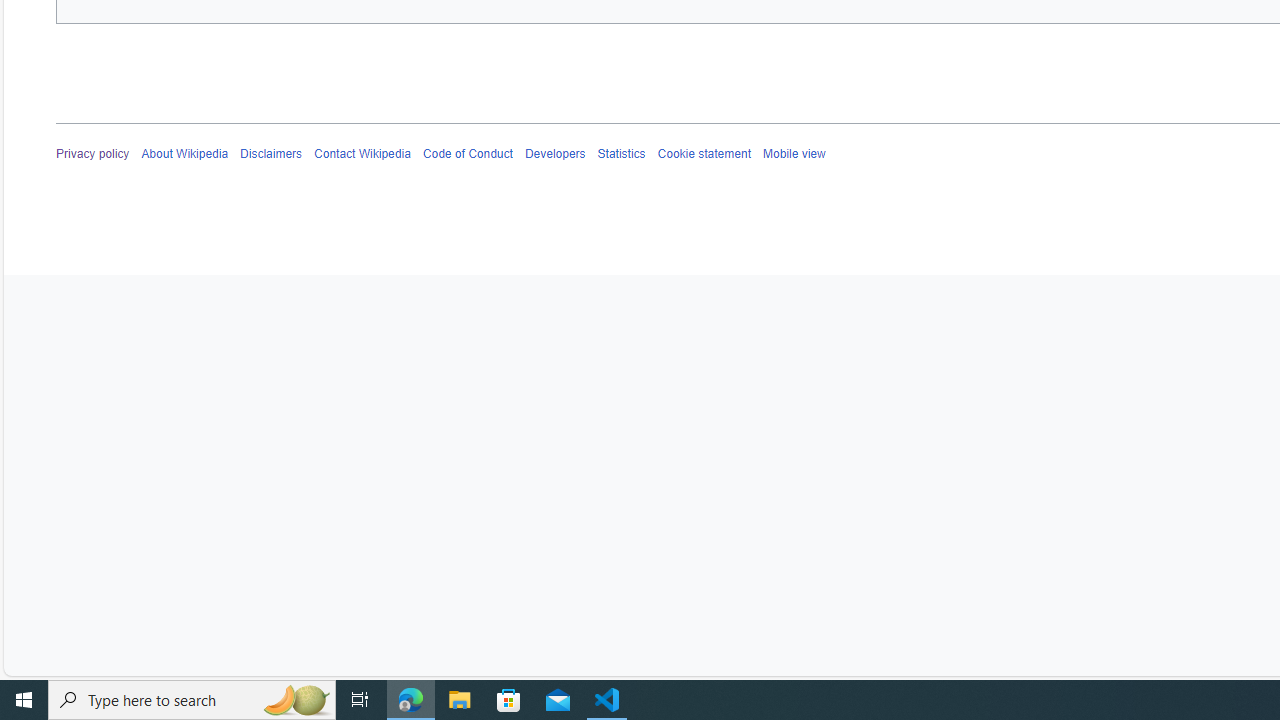  What do you see at coordinates (554, 153) in the screenshot?
I see `'Developers'` at bounding box center [554, 153].